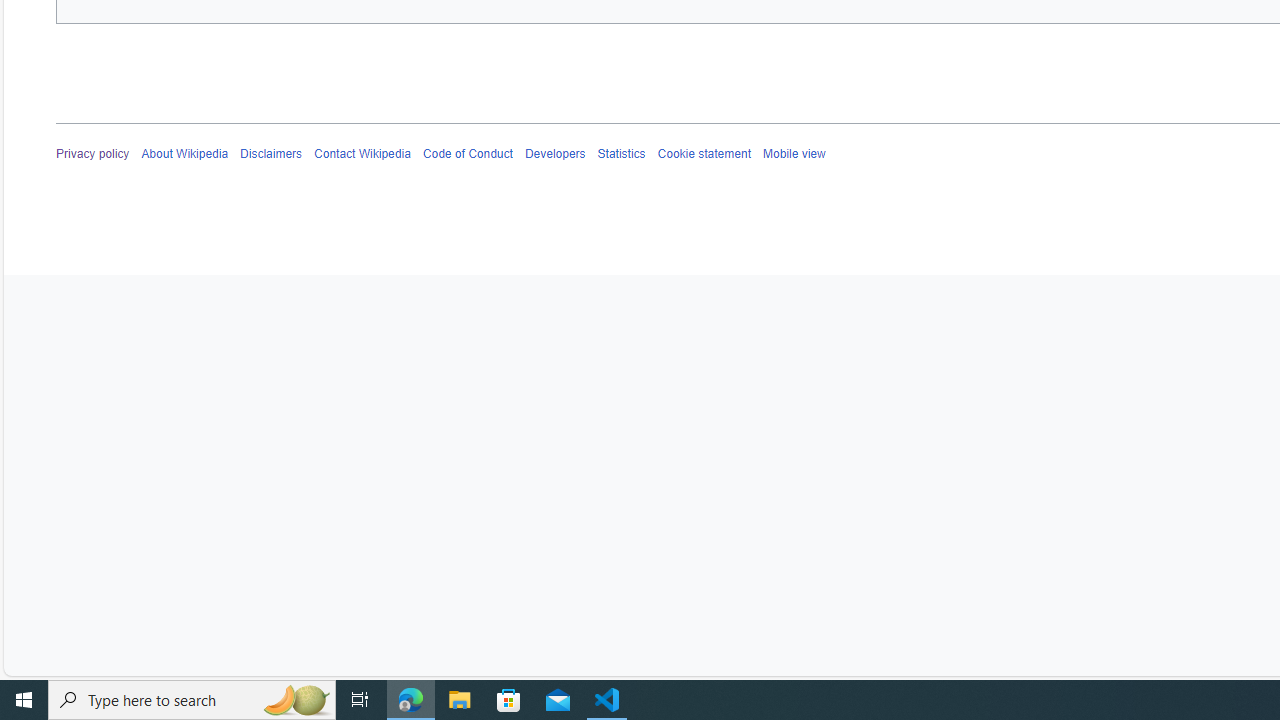  What do you see at coordinates (554, 153) in the screenshot?
I see `'Developers'` at bounding box center [554, 153].